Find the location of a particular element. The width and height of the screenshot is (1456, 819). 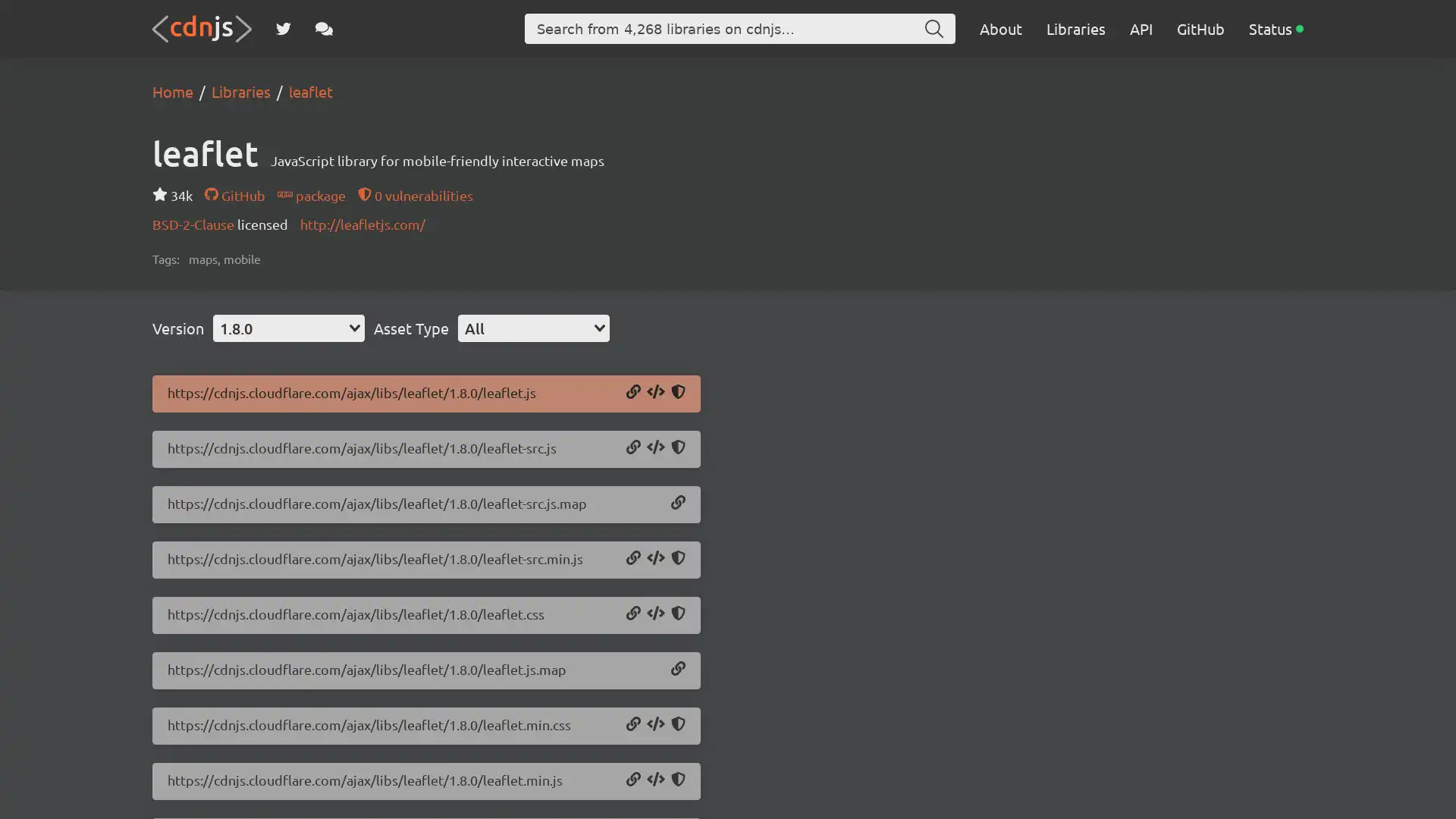

Search is located at coordinates (934, 29).